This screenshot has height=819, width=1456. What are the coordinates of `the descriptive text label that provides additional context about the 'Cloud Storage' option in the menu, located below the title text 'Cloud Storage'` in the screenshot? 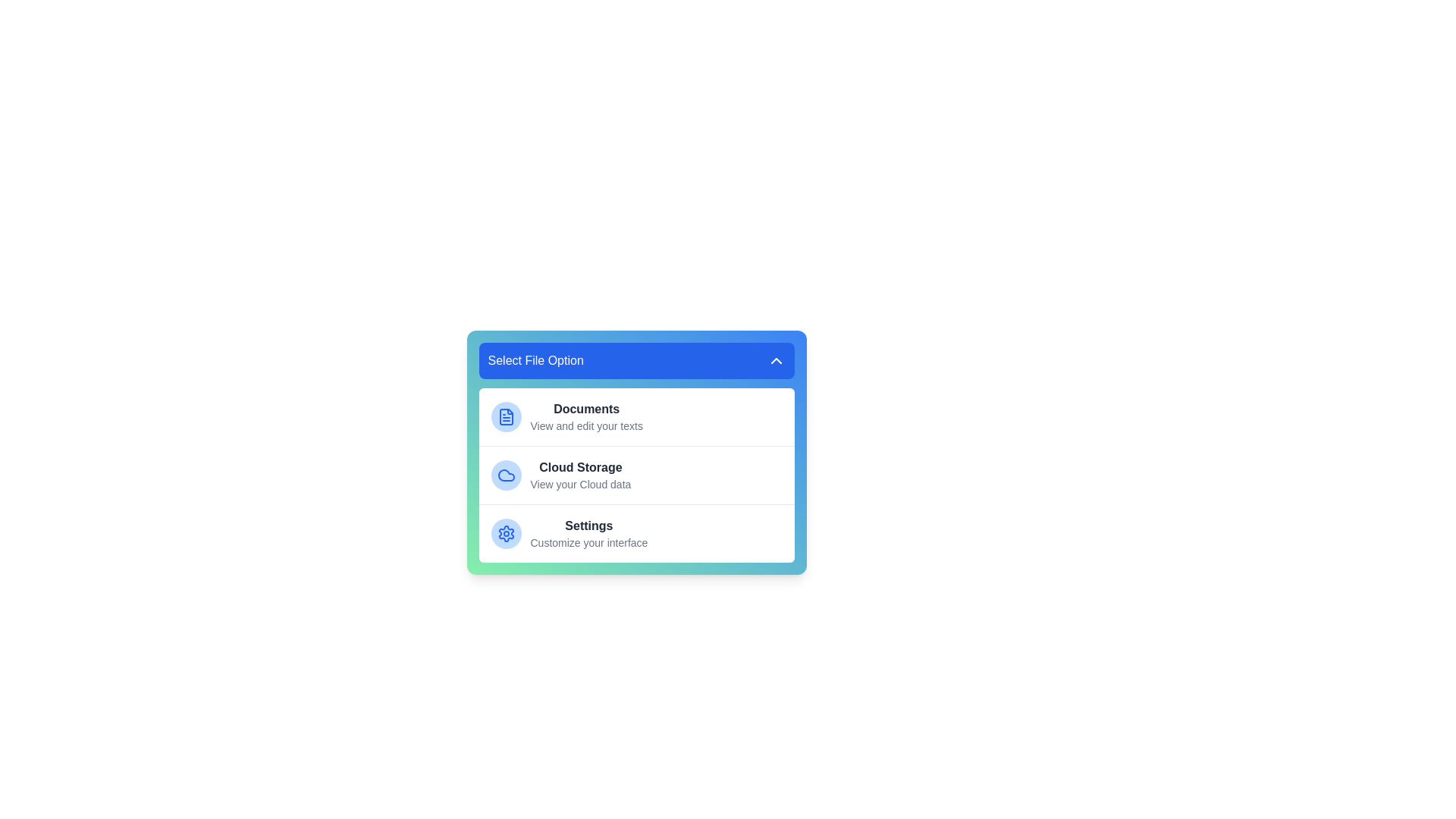 It's located at (579, 485).